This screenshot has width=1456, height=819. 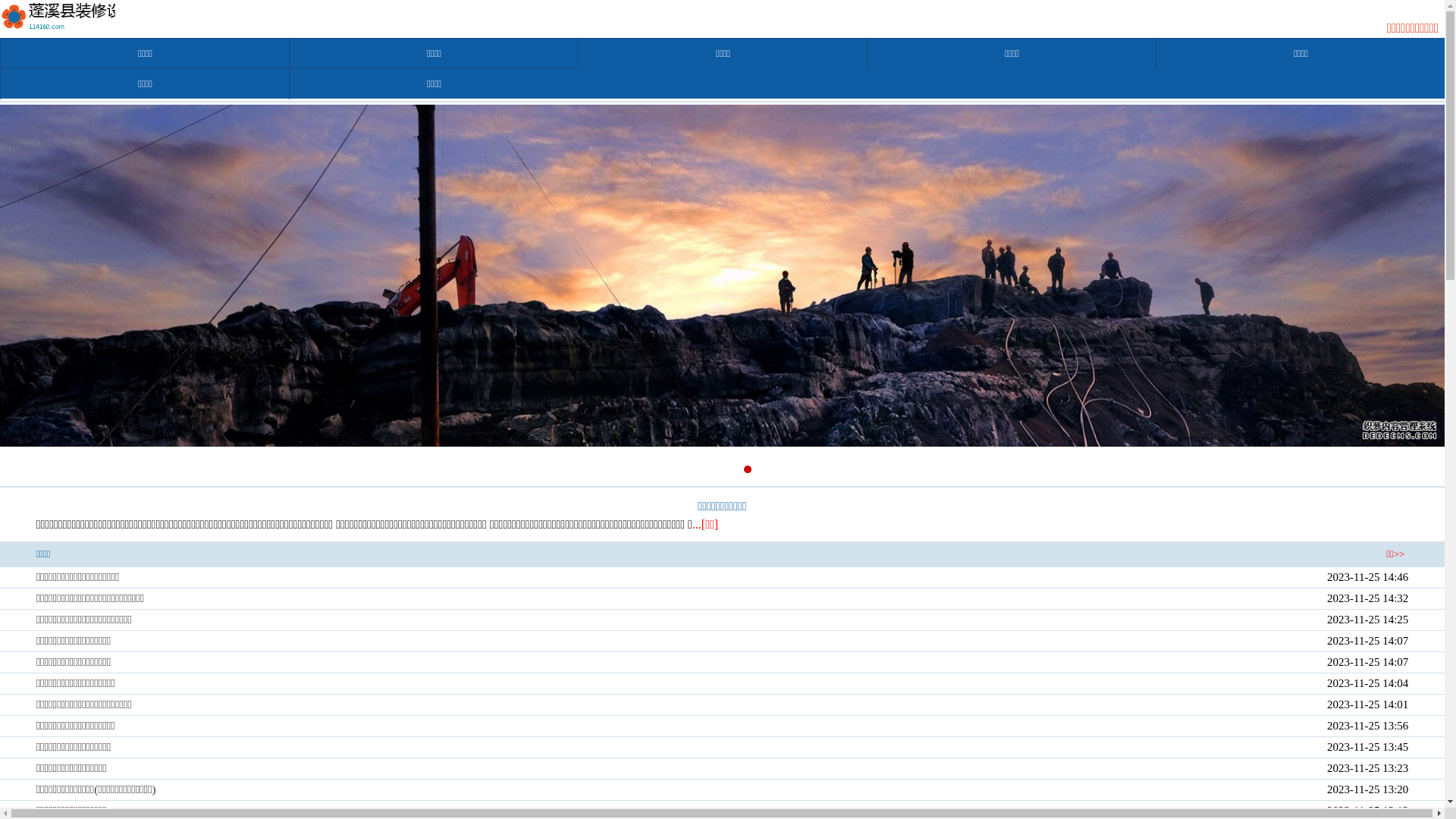 I want to click on '3', so click(x=730, y=468).